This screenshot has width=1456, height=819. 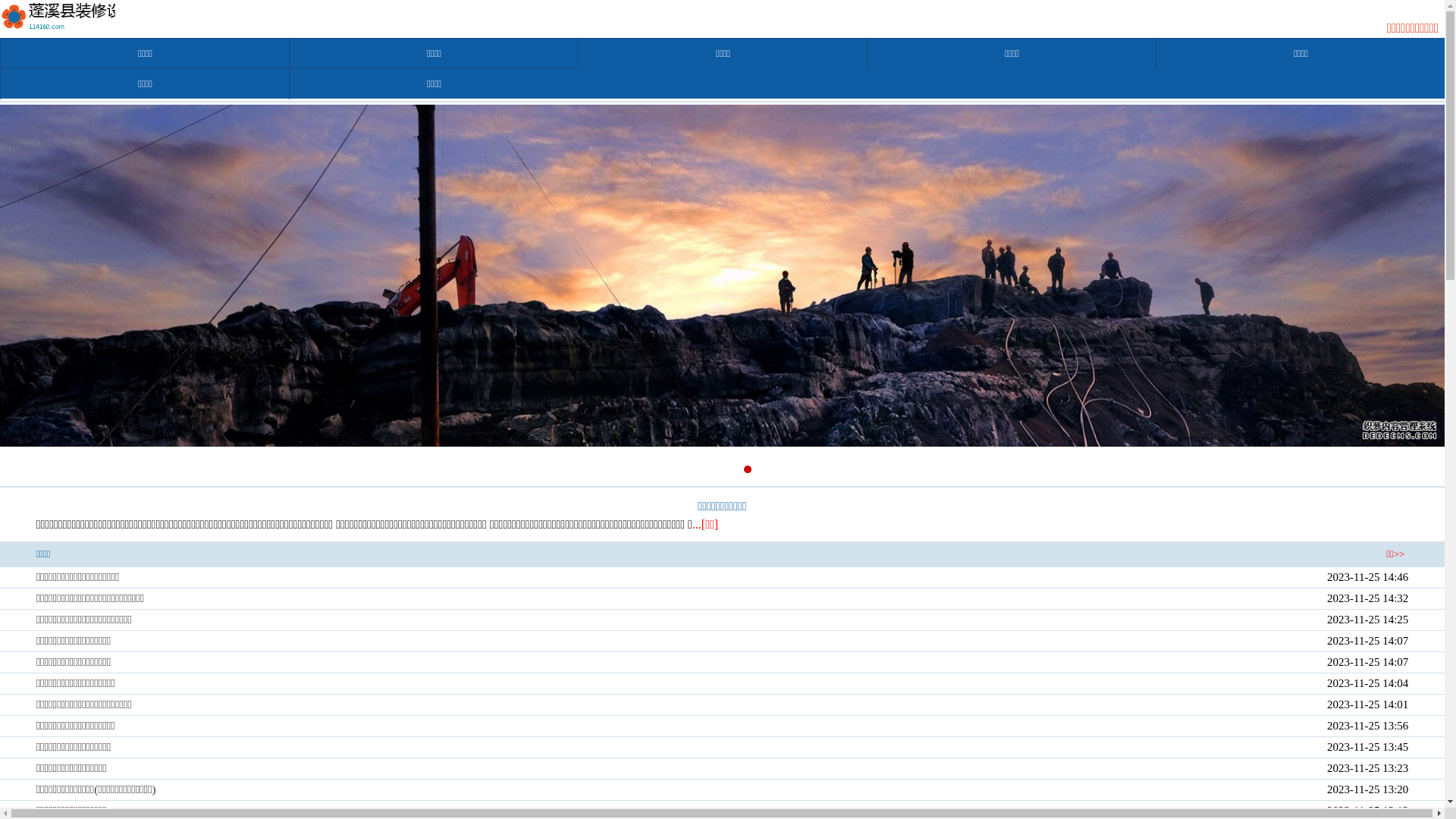 I want to click on '3', so click(x=730, y=468).